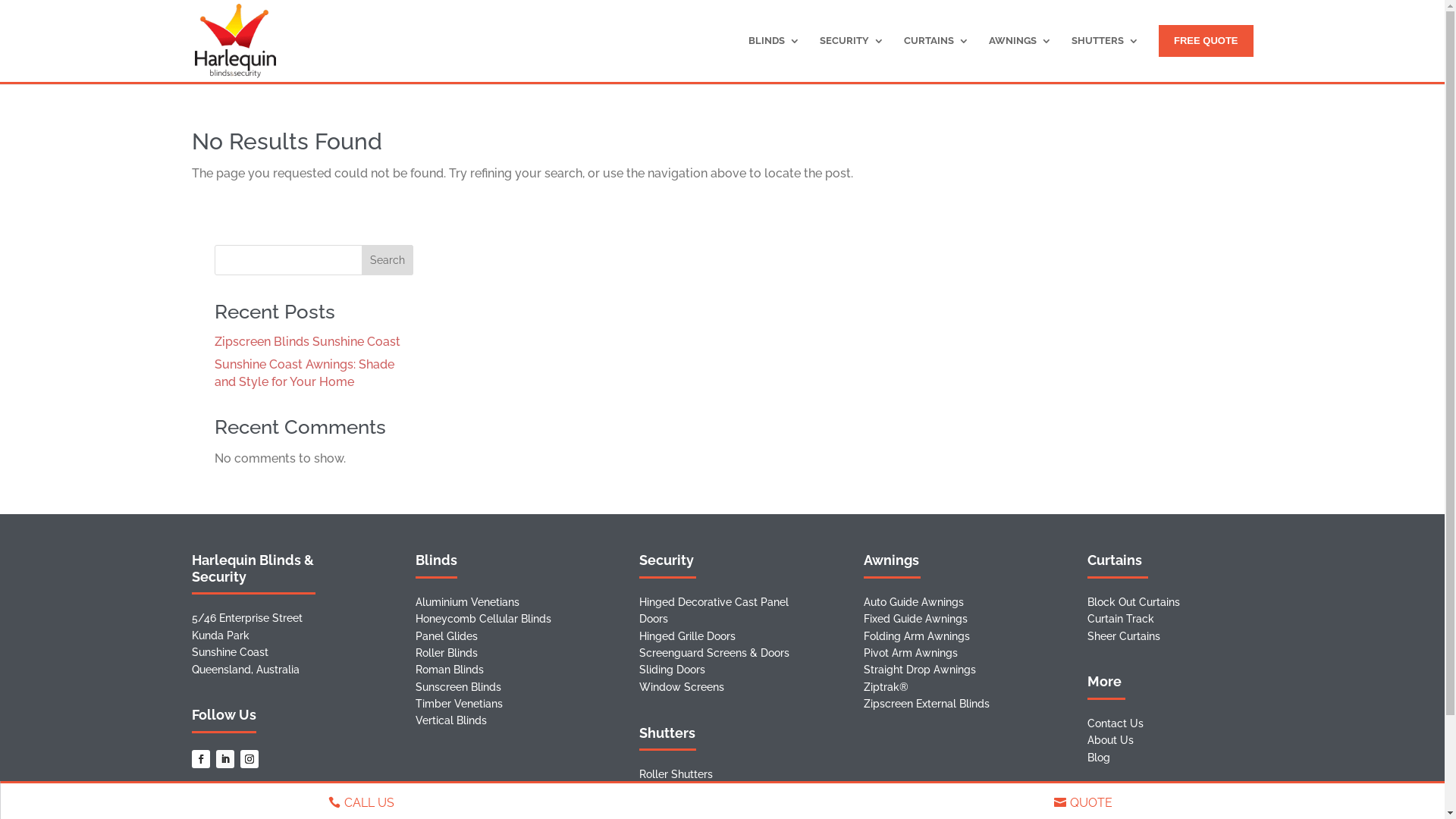 The image size is (1456, 819). I want to click on 'Straight Drop Awnings', so click(919, 669).